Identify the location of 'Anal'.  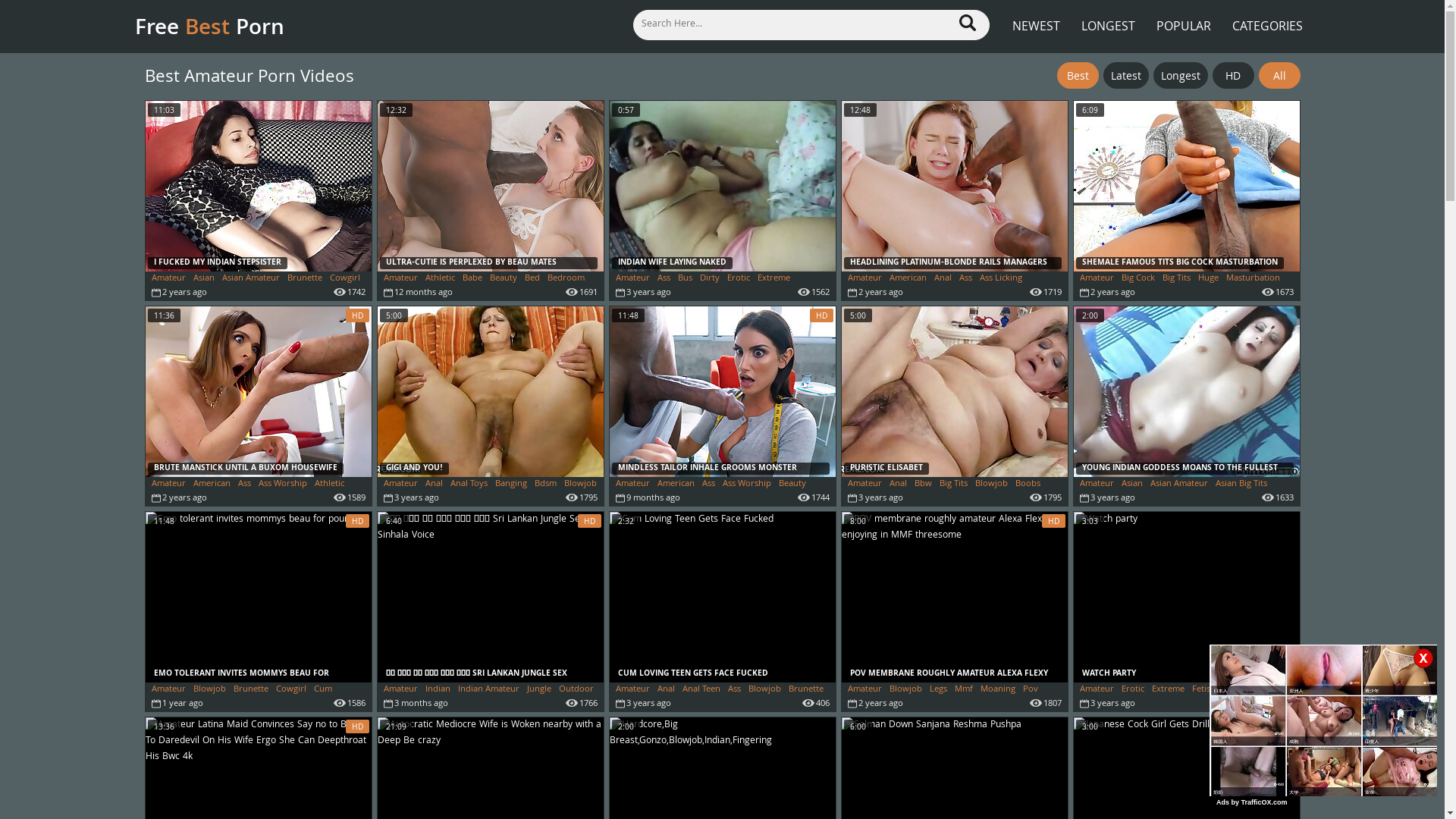
(888, 484).